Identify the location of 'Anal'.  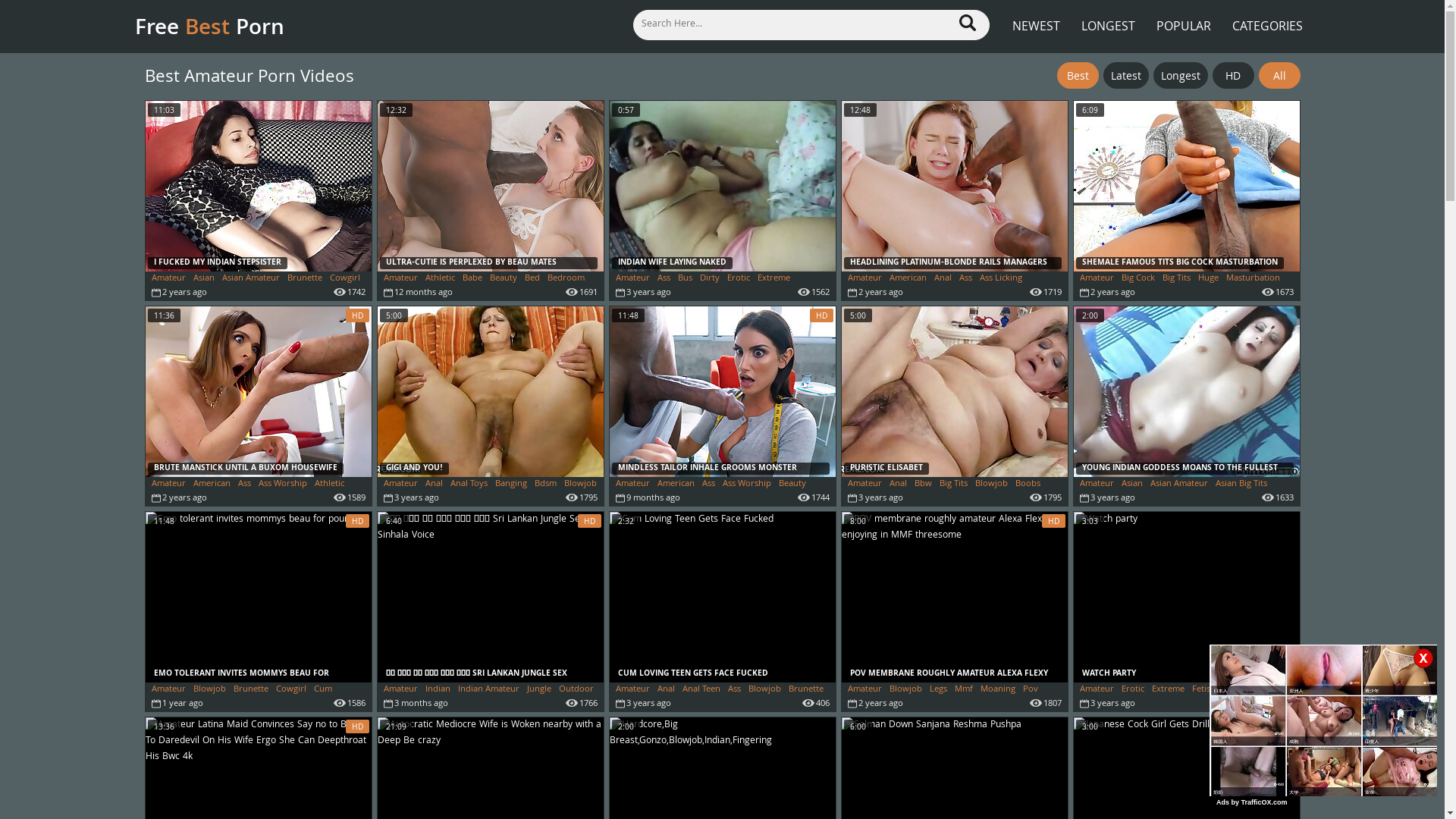
(888, 484).